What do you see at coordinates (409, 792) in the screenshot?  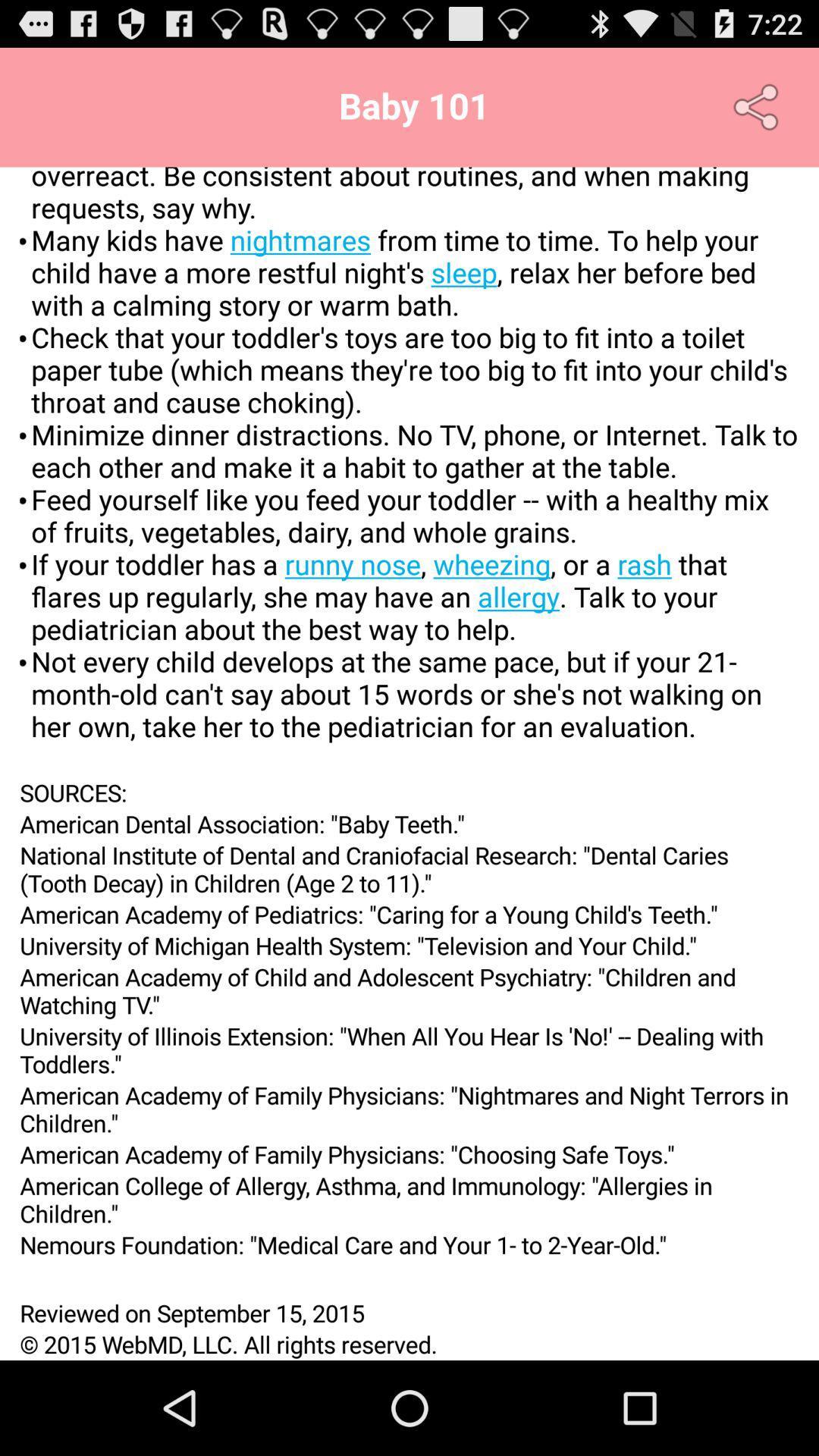 I see `item above the american dental association icon` at bounding box center [409, 792].